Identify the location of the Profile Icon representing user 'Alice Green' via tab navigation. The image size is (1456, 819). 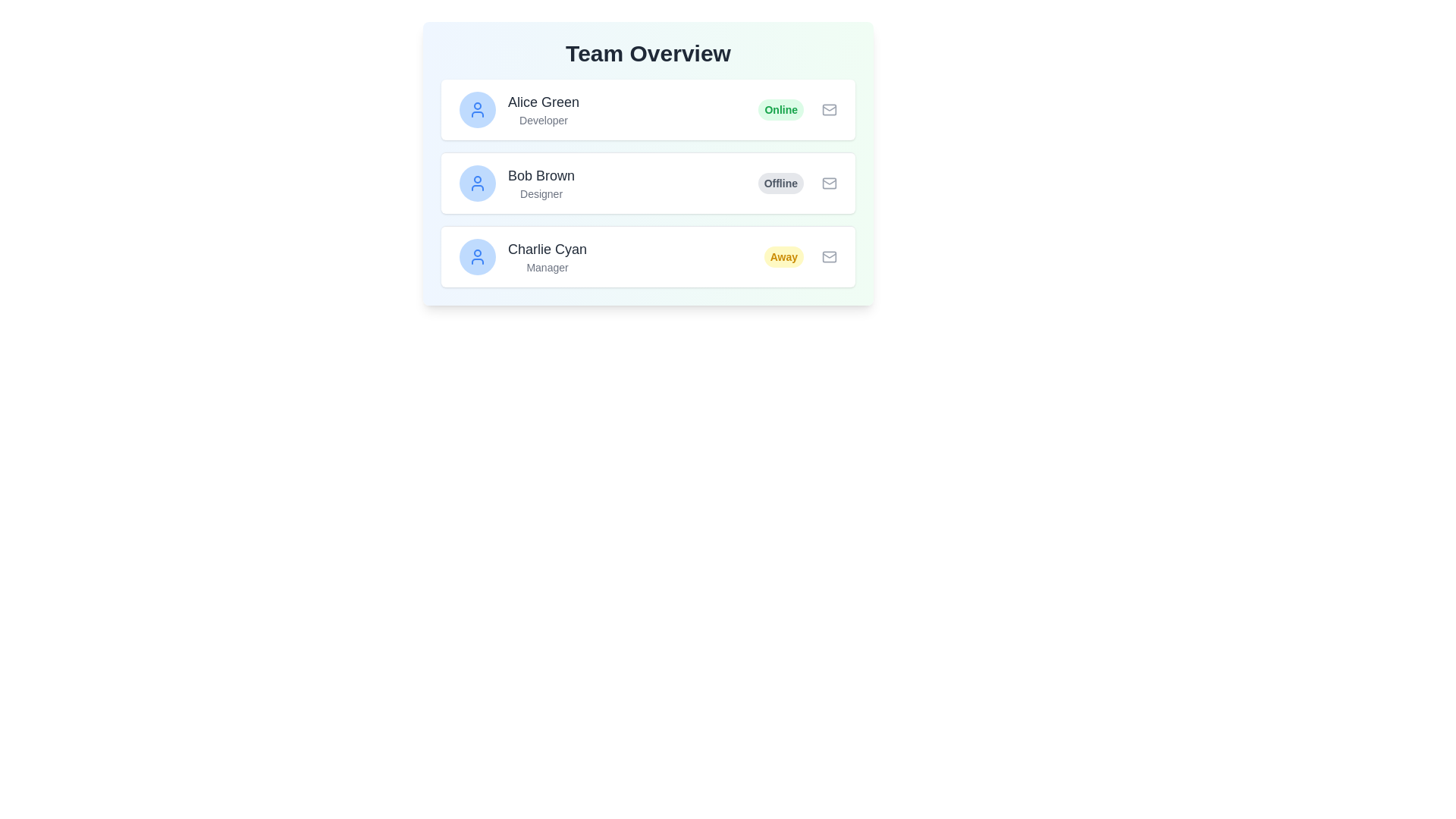
(476, 109).